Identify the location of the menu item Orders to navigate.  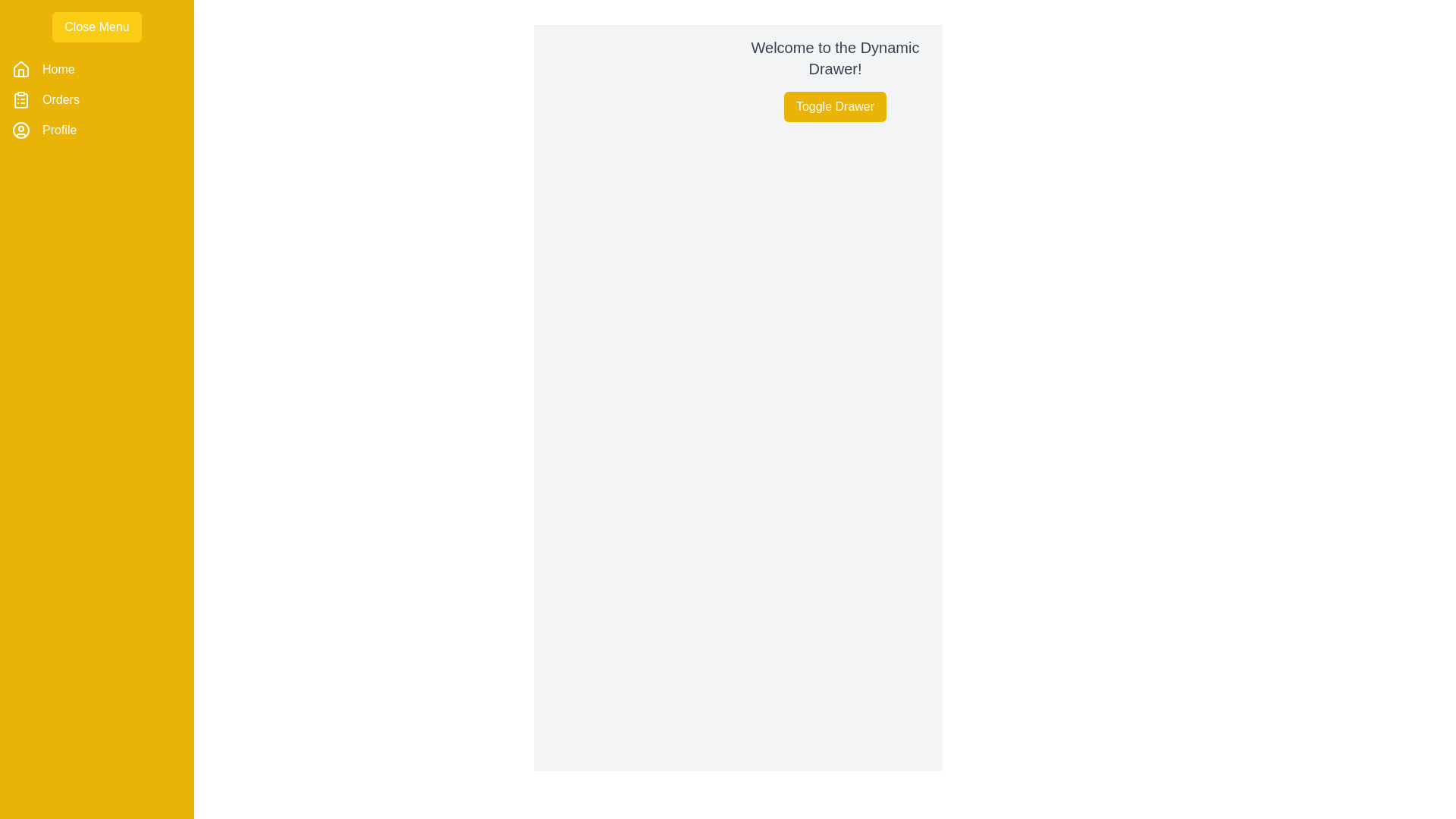
(61, 99).